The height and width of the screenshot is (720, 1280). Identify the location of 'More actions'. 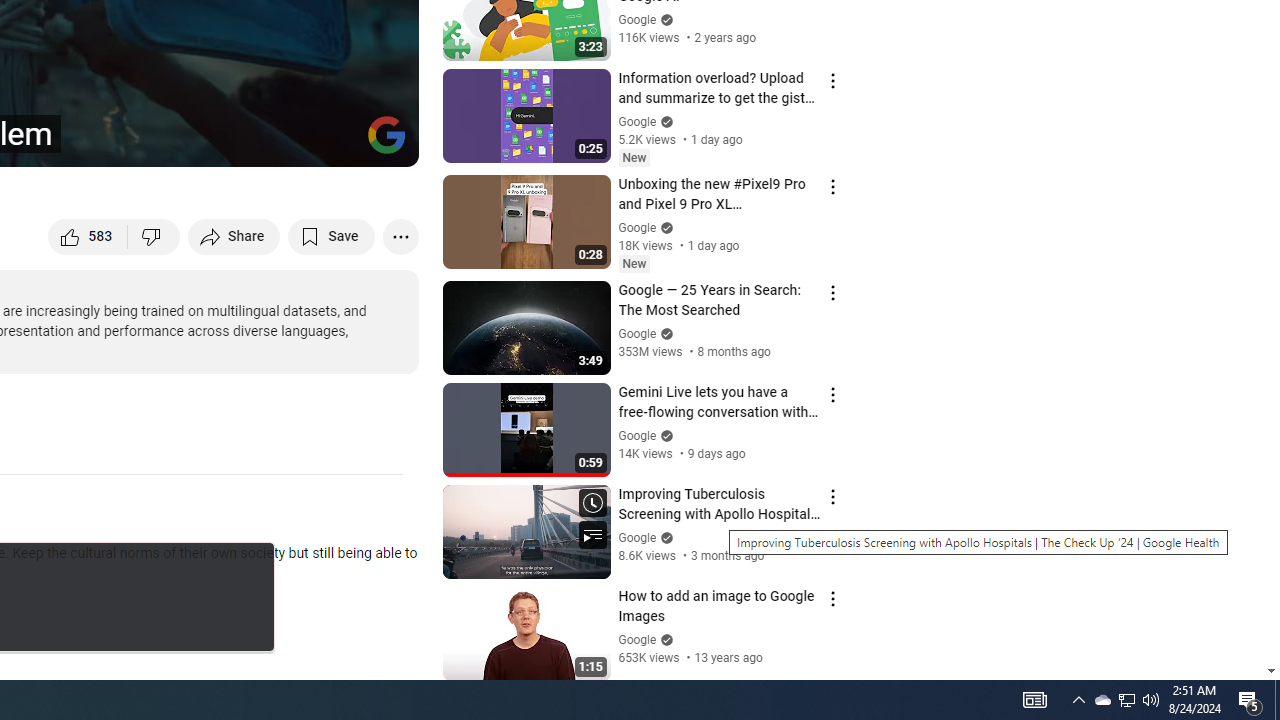
(400, 235).